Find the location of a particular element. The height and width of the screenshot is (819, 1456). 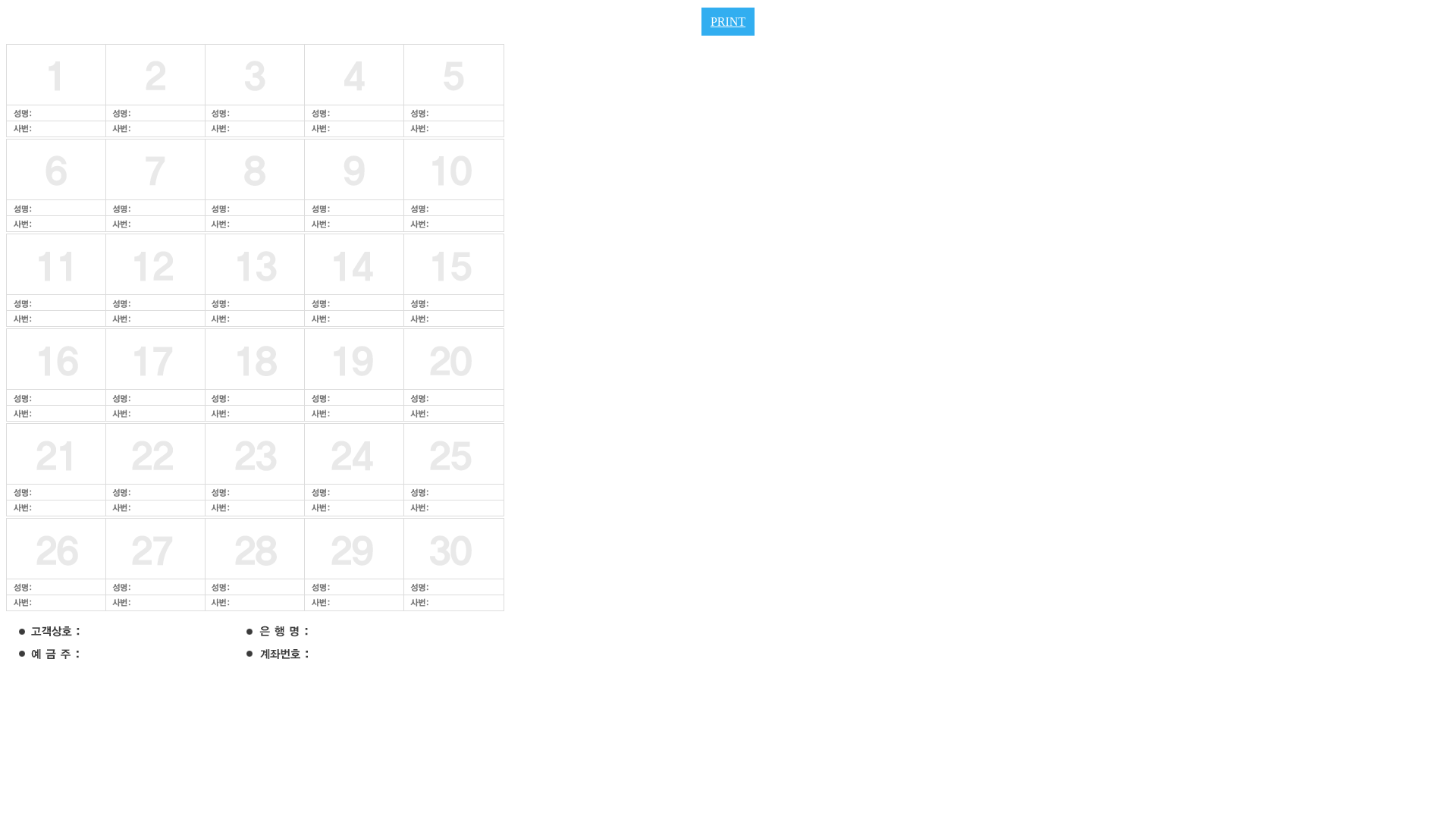

'PRINT' is located at coordinates (728, 21).